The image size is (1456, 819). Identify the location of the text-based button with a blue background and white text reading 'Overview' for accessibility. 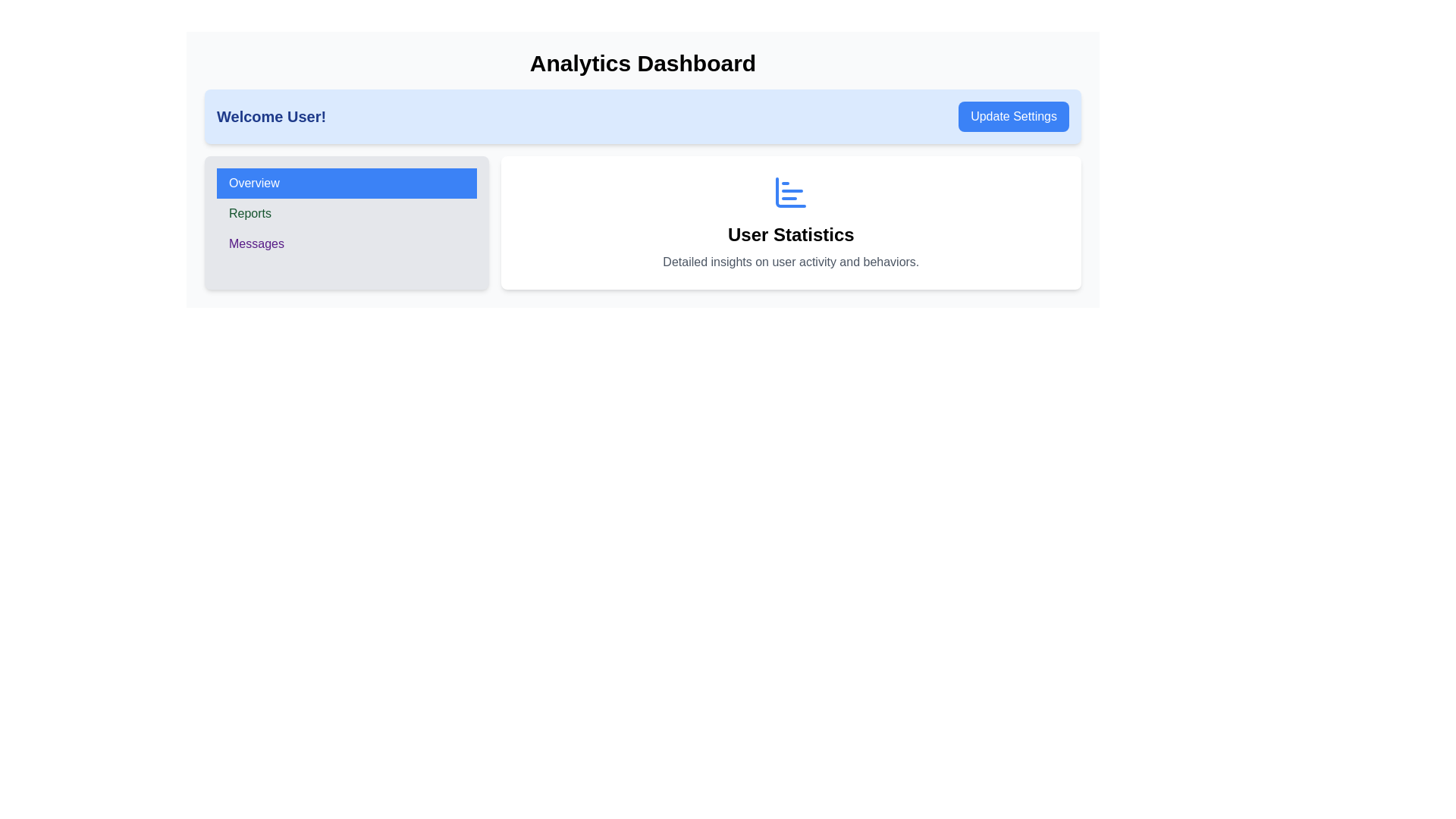
(346, 183).